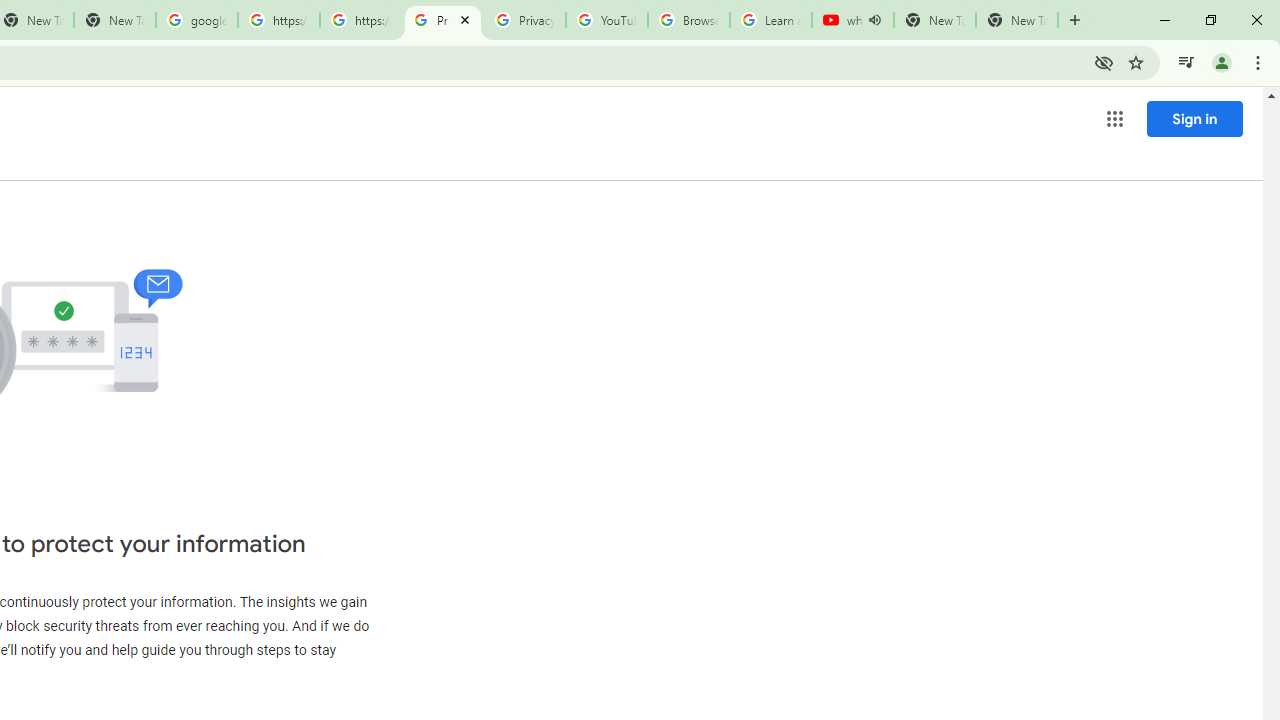  I want to click on 'New Tab', so click(1016, 20).